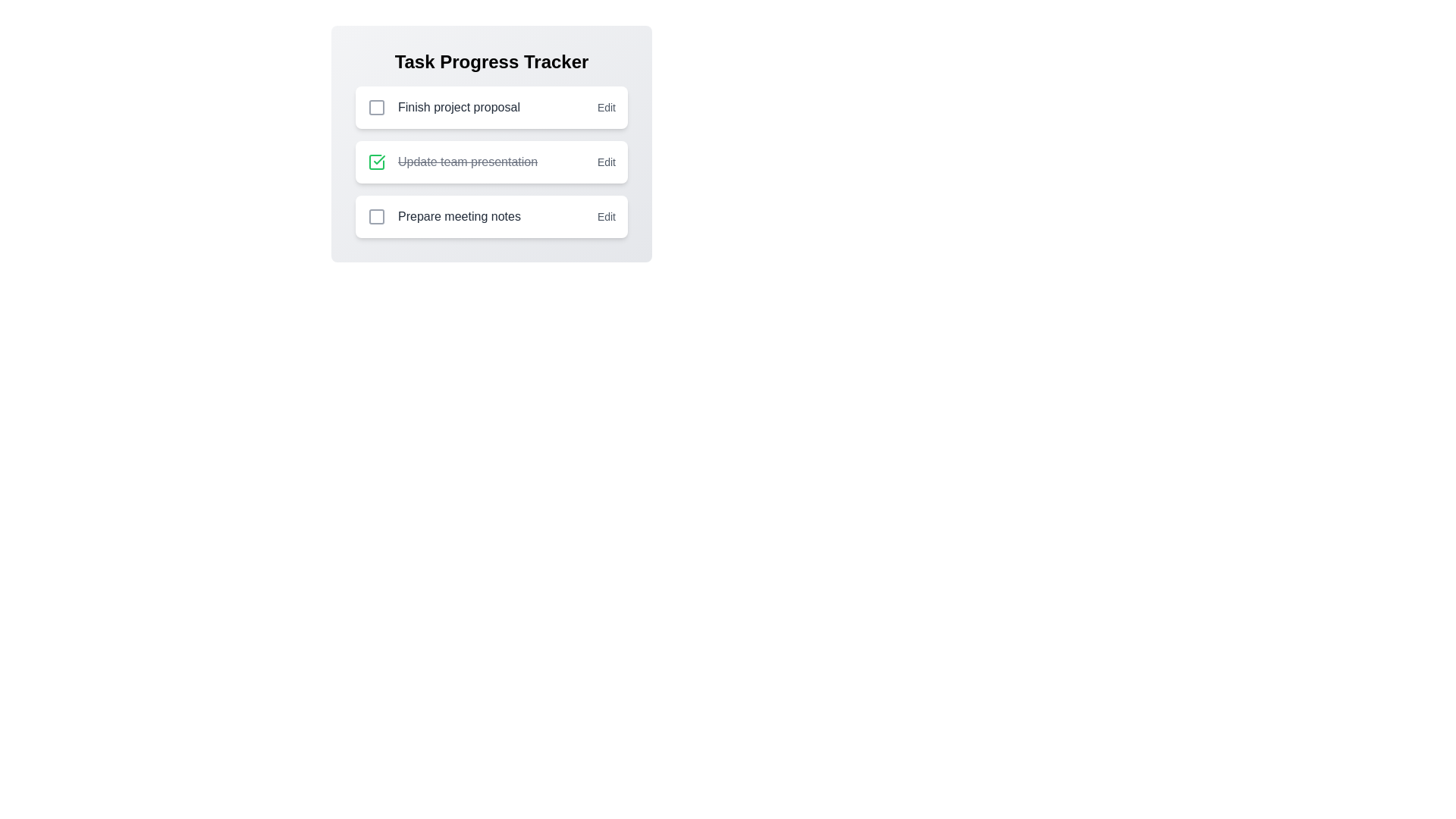 This screenshot has height=819, width=1456. What do you see at coordinates (605, 216) in the screenshot?
I see `the 'Edit' button for the task 'Prepare meeting notes'` at bounding box center [605, 216].